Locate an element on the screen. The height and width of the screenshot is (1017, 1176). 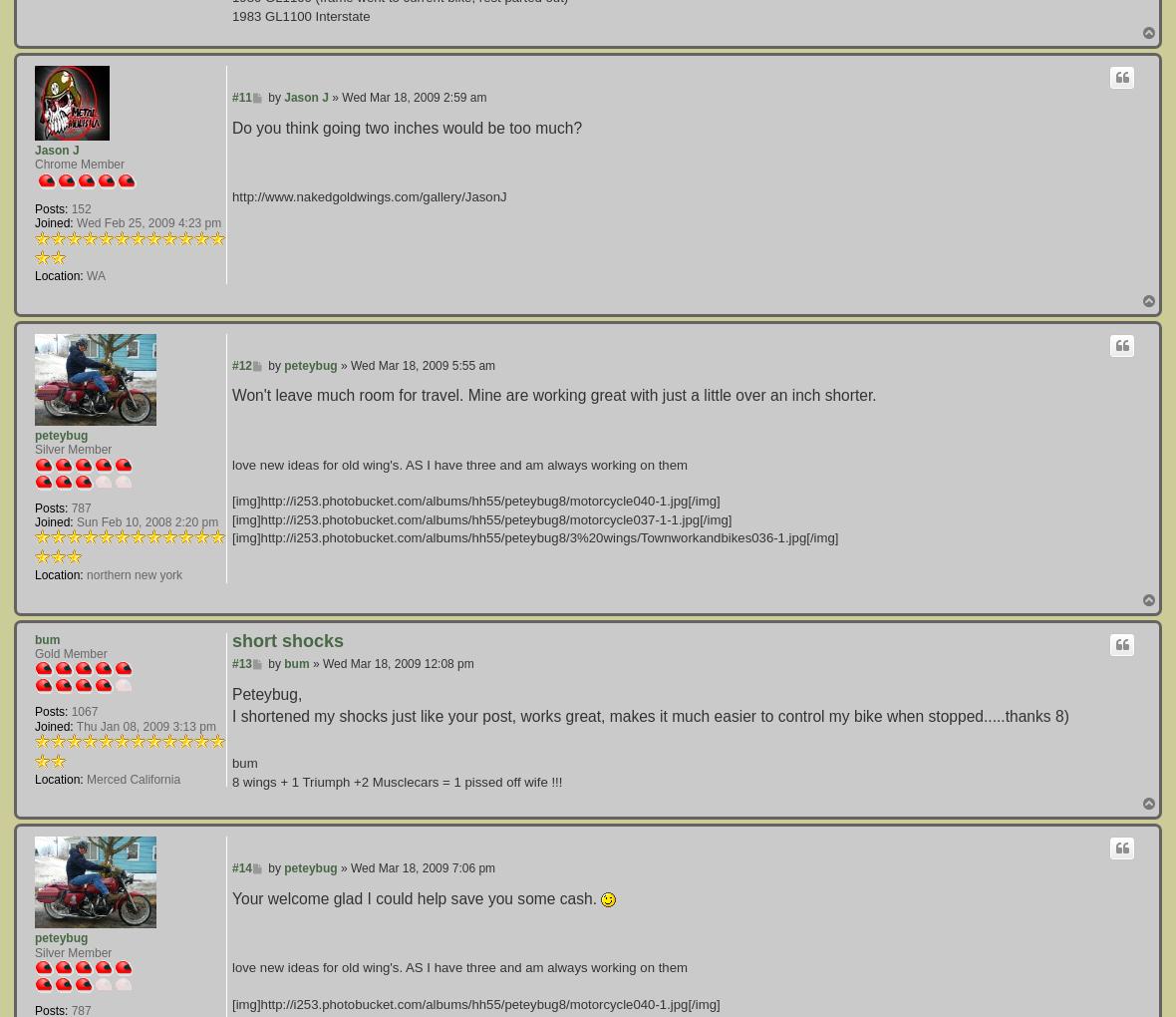
'short shocks' is located at coordinates (232, 639).